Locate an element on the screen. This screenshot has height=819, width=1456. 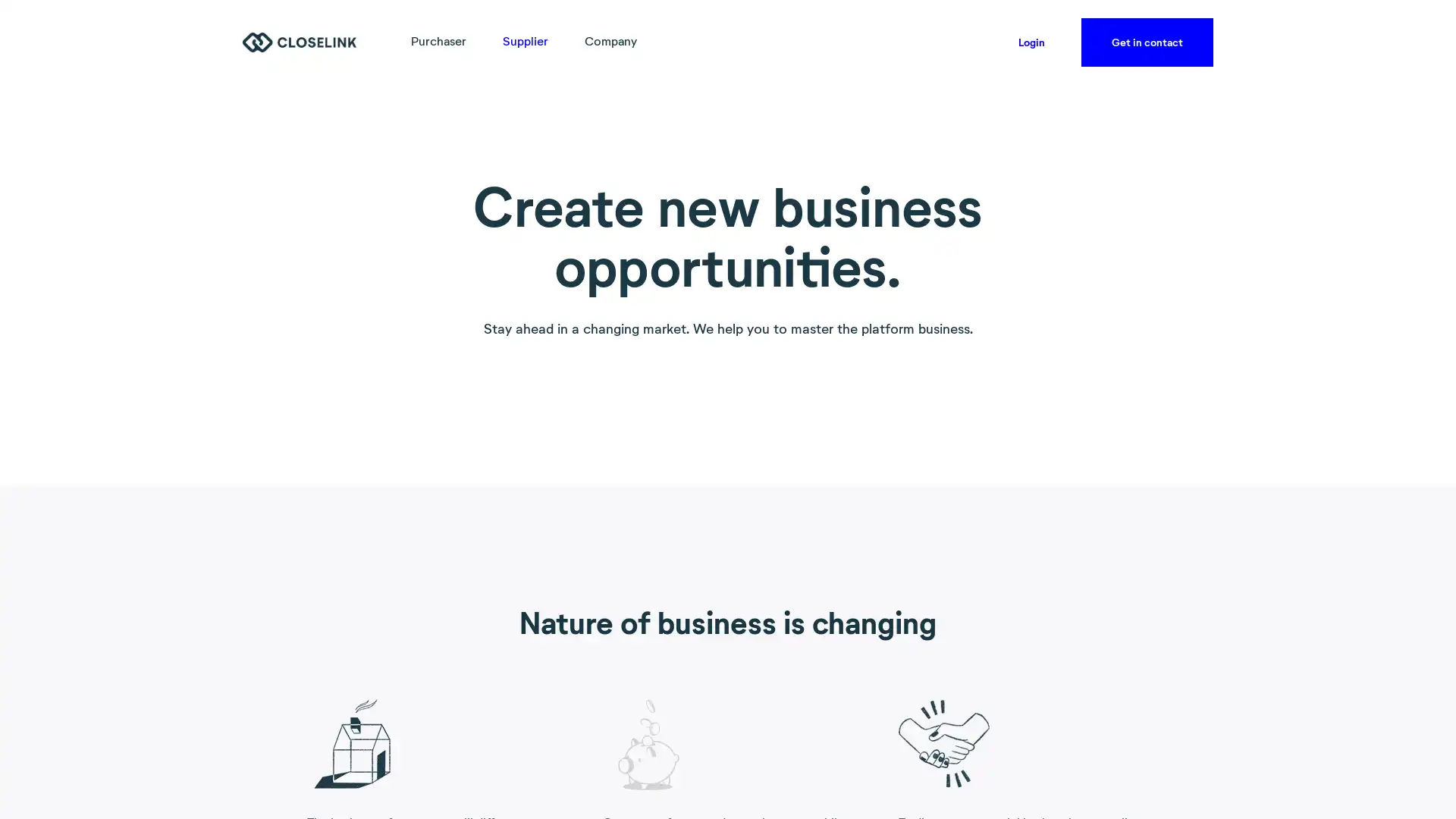
Accept all is located at coordinates (827, 529).